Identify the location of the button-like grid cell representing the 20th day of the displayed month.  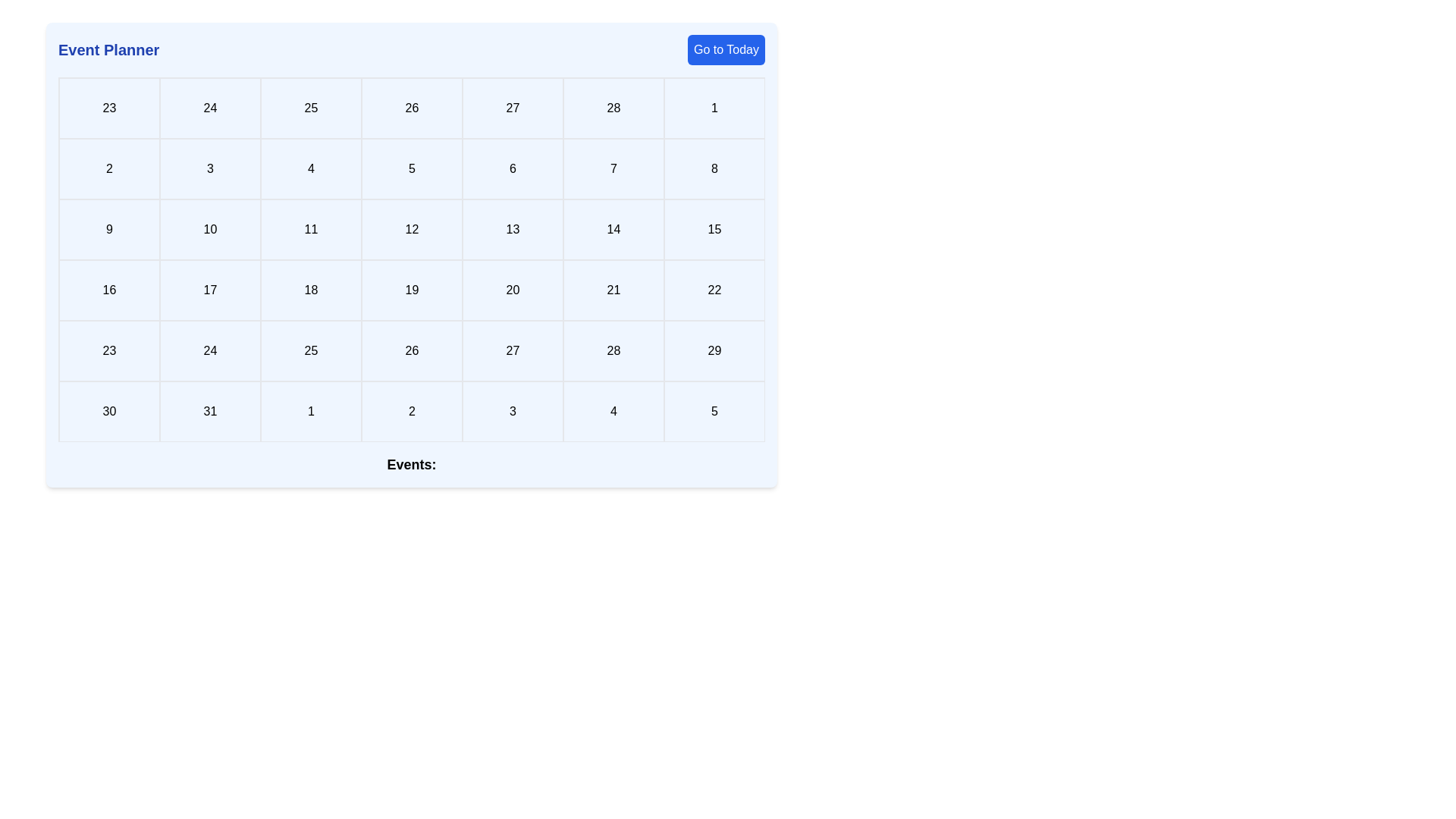
(513, 290).